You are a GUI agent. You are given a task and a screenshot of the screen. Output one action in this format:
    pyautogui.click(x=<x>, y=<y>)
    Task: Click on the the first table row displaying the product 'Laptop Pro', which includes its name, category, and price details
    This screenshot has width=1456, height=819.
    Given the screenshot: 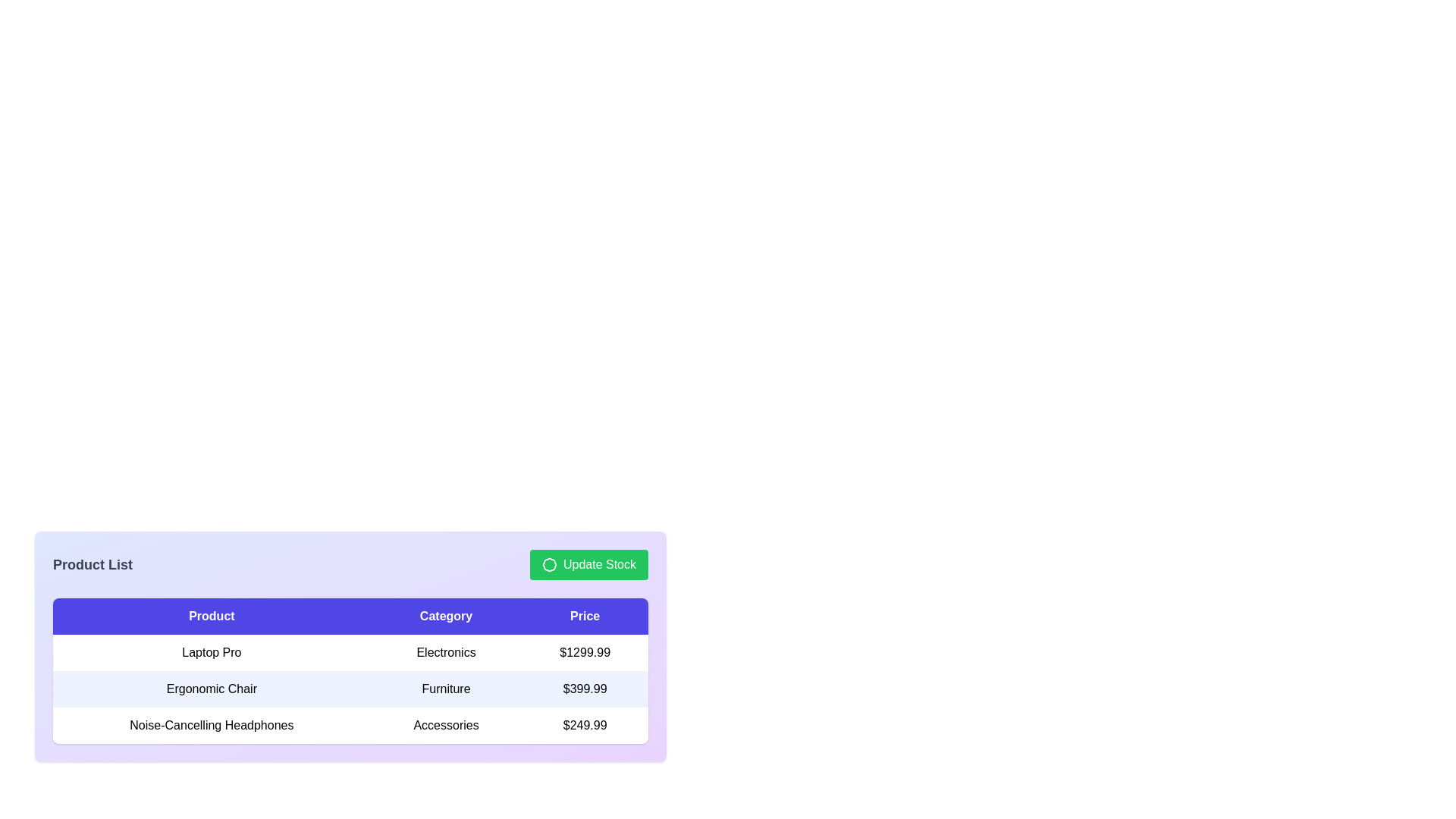 What is the action you would take?
    pyautogui.click(x=350, y=651)
    